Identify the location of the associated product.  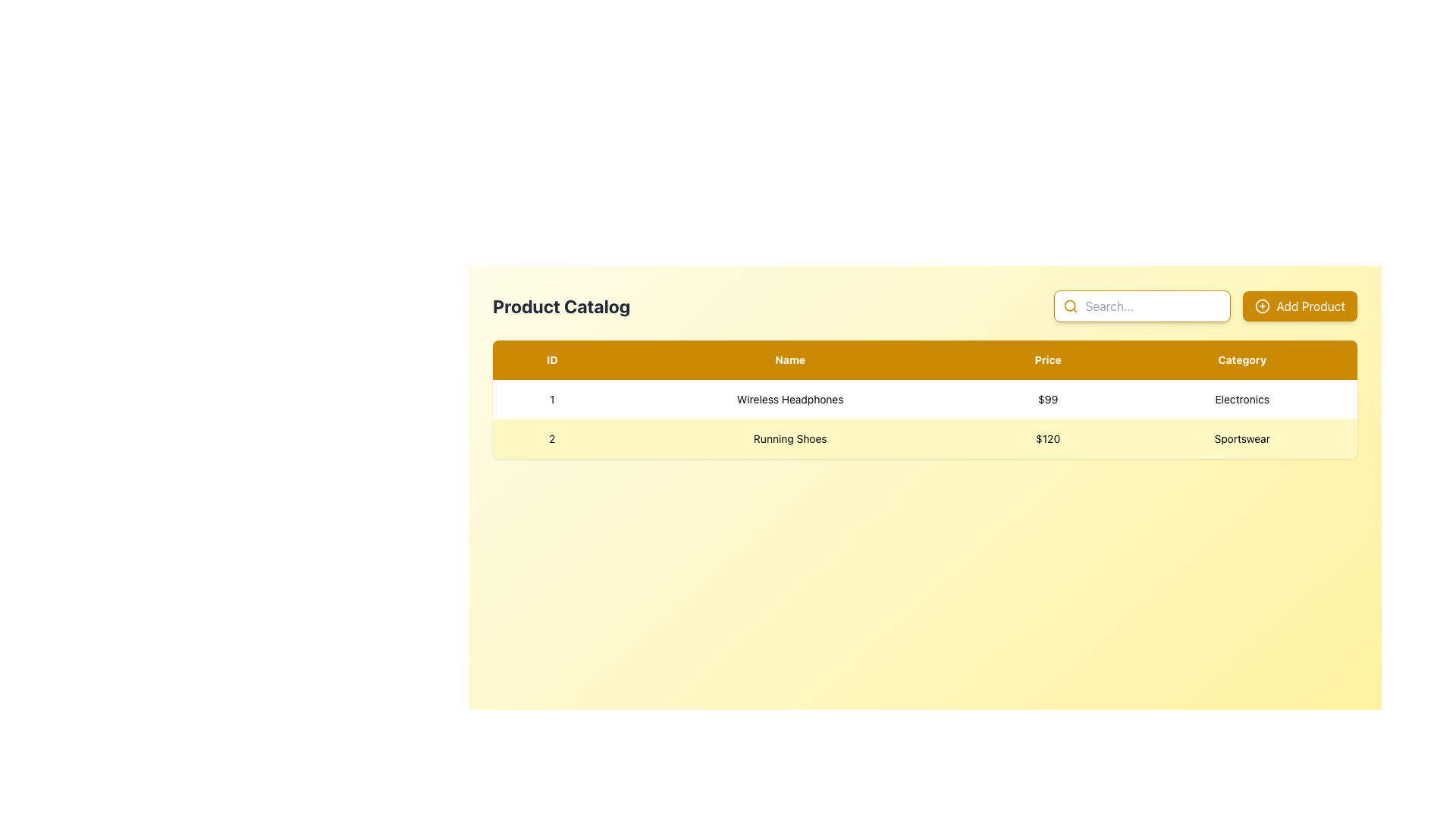
(551, 438).